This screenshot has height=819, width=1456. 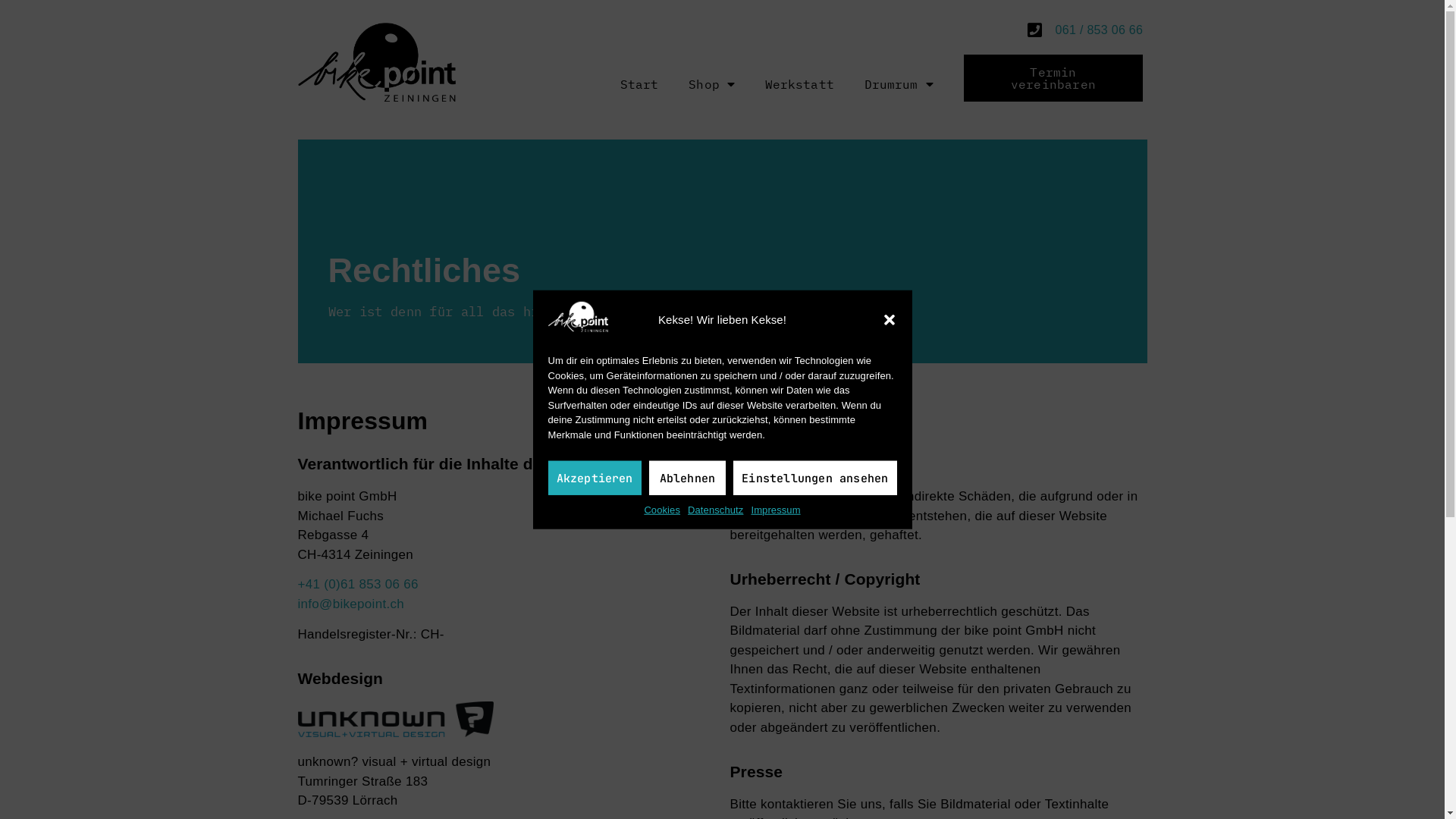 What do you see at coordinates (297, 583) in the screenshot?
I see `'+41 (0)61 853 06 66'` at bounding box center [297, 583].